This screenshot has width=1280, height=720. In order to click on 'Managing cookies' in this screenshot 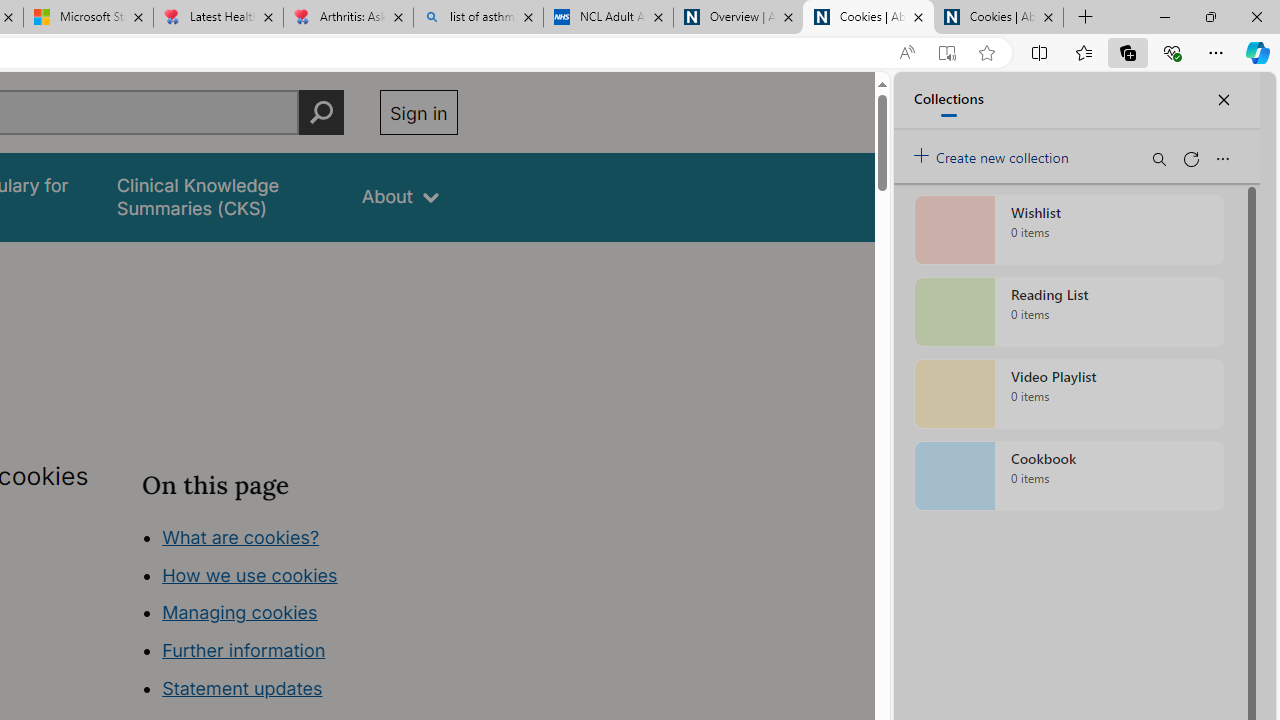, I will do `click(240, 612)`.